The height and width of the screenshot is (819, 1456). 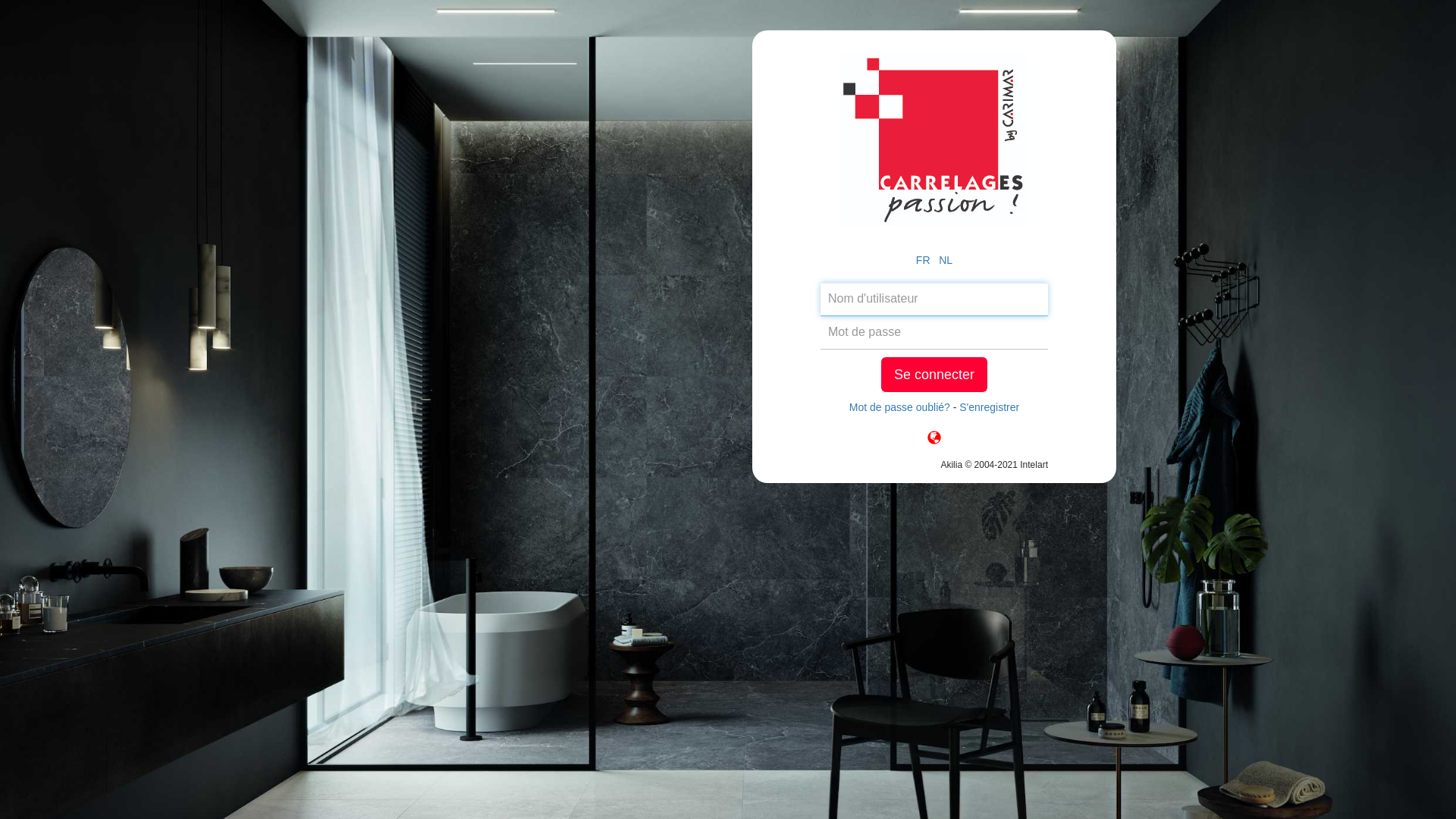 What do you see at coordinates (934, 374) in the screenshot?
I see `'Se connecter'` at bounding box center [934, 374].